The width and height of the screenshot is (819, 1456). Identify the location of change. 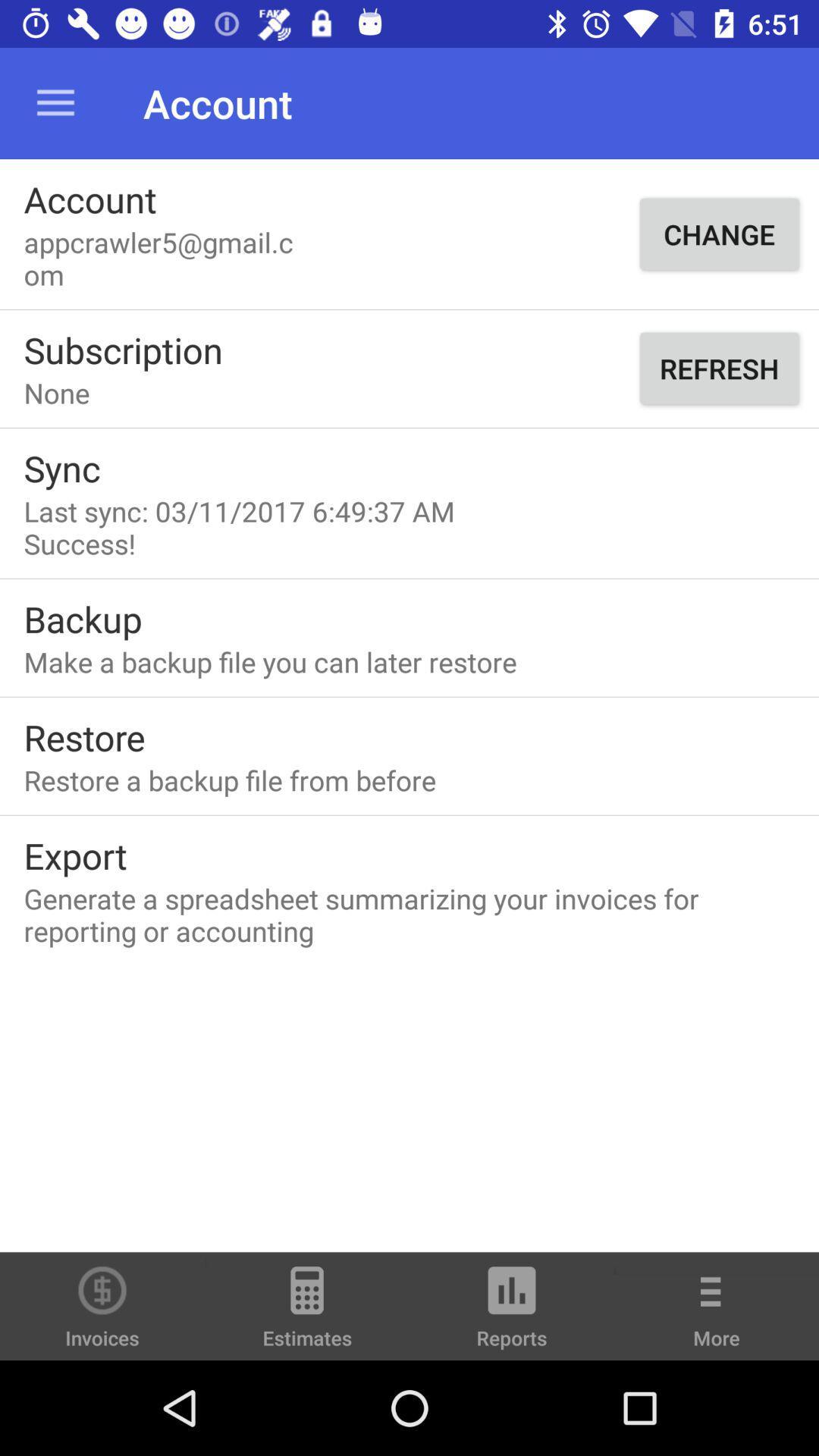
(718, 233).